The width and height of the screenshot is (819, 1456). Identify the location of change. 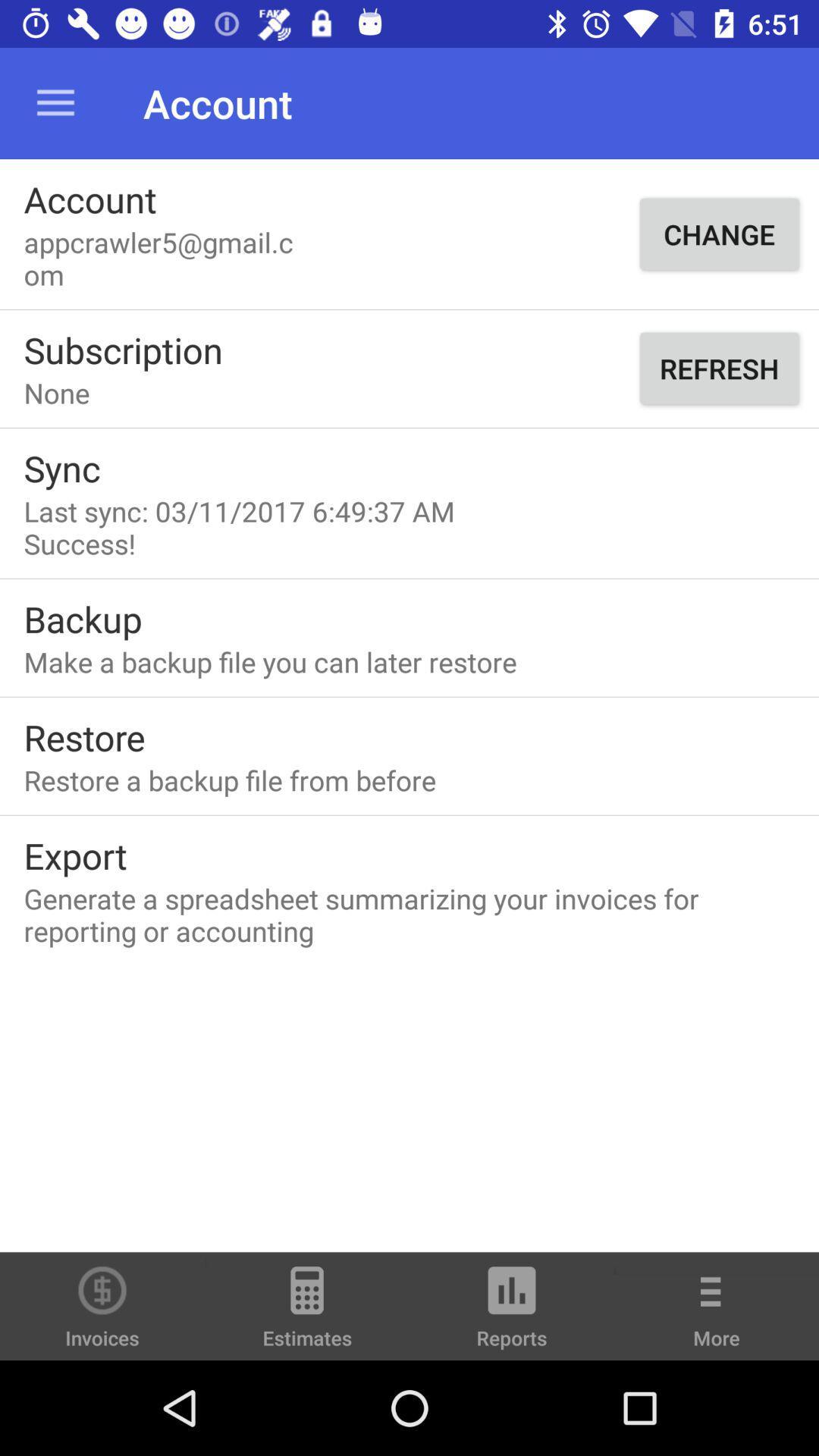
(718, 233).